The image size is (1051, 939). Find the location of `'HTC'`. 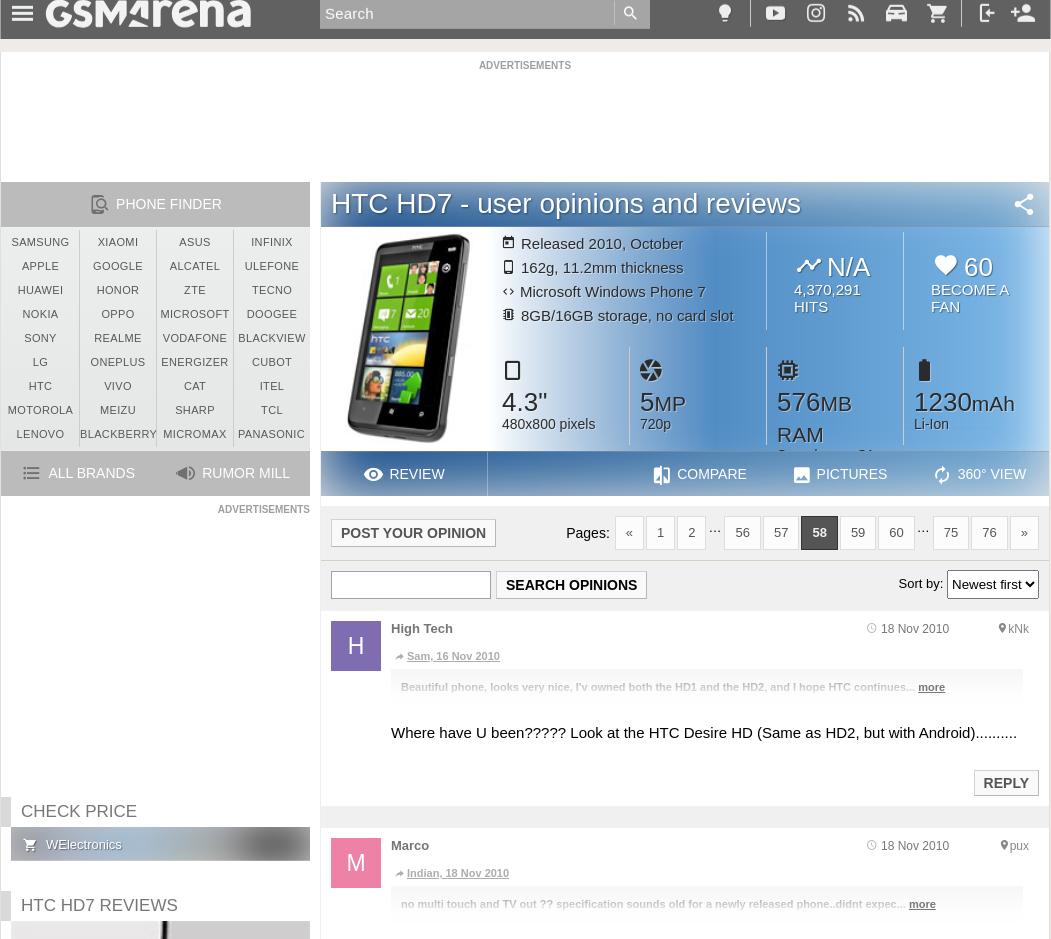

'HTC' is located at coordinates (40, 386).